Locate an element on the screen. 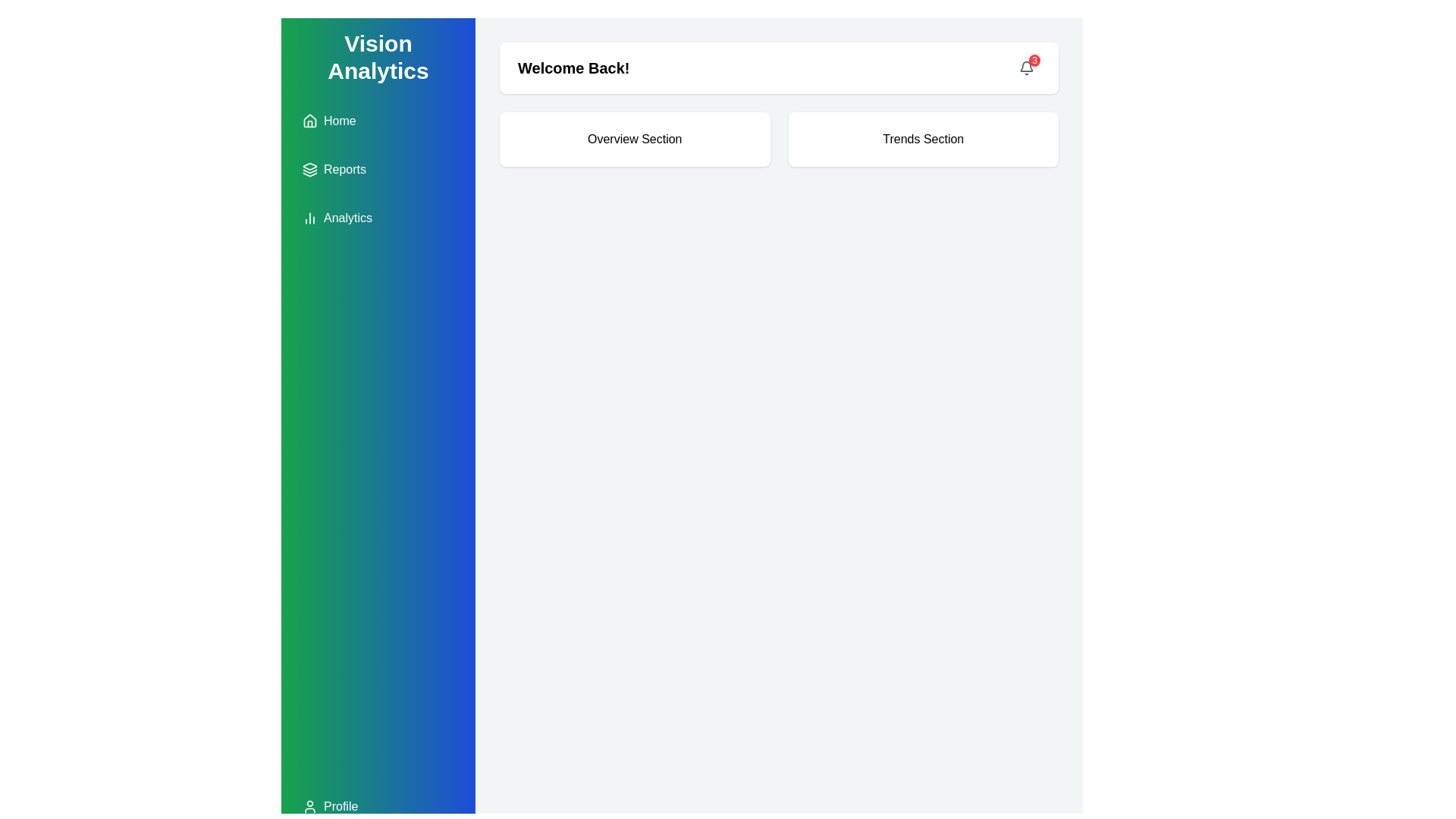 Image resolution: width=1456 pixels, height=819 pixels. the minimalist house icon located on the left-hand green and blue vertical sidebar, which is the first icon from the top, next to the label 'Home' is located at coordinates (309, 119).